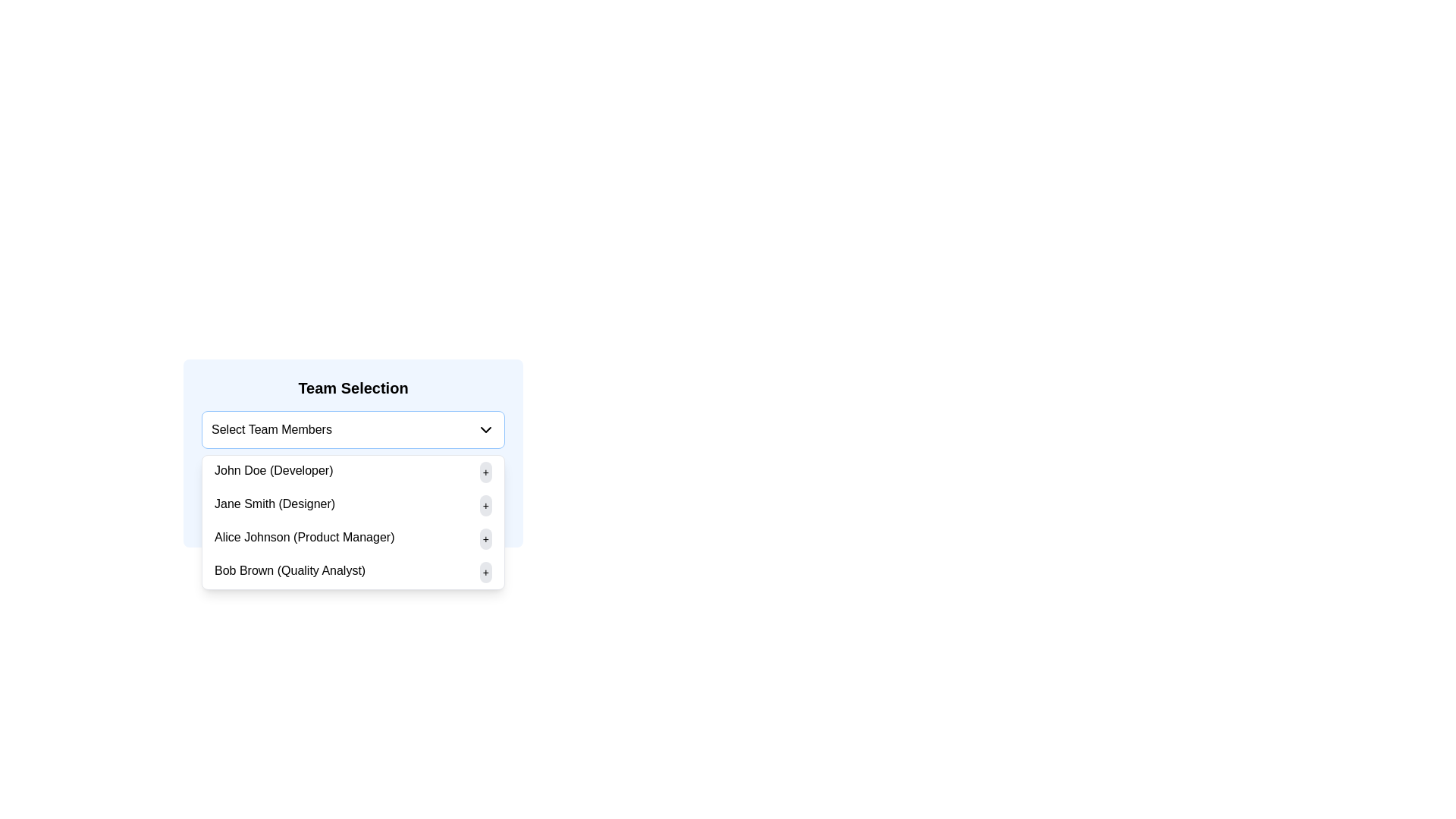  What do you see at coordinates (485, 506) in the screenshot?
I see `the small, circular button with a light-gray background and a centered '+' symbol, positioned to the right of 'Jane Smith (Designer)', to trigger tooltip or visual feedback` at bounding box center [485, 506].